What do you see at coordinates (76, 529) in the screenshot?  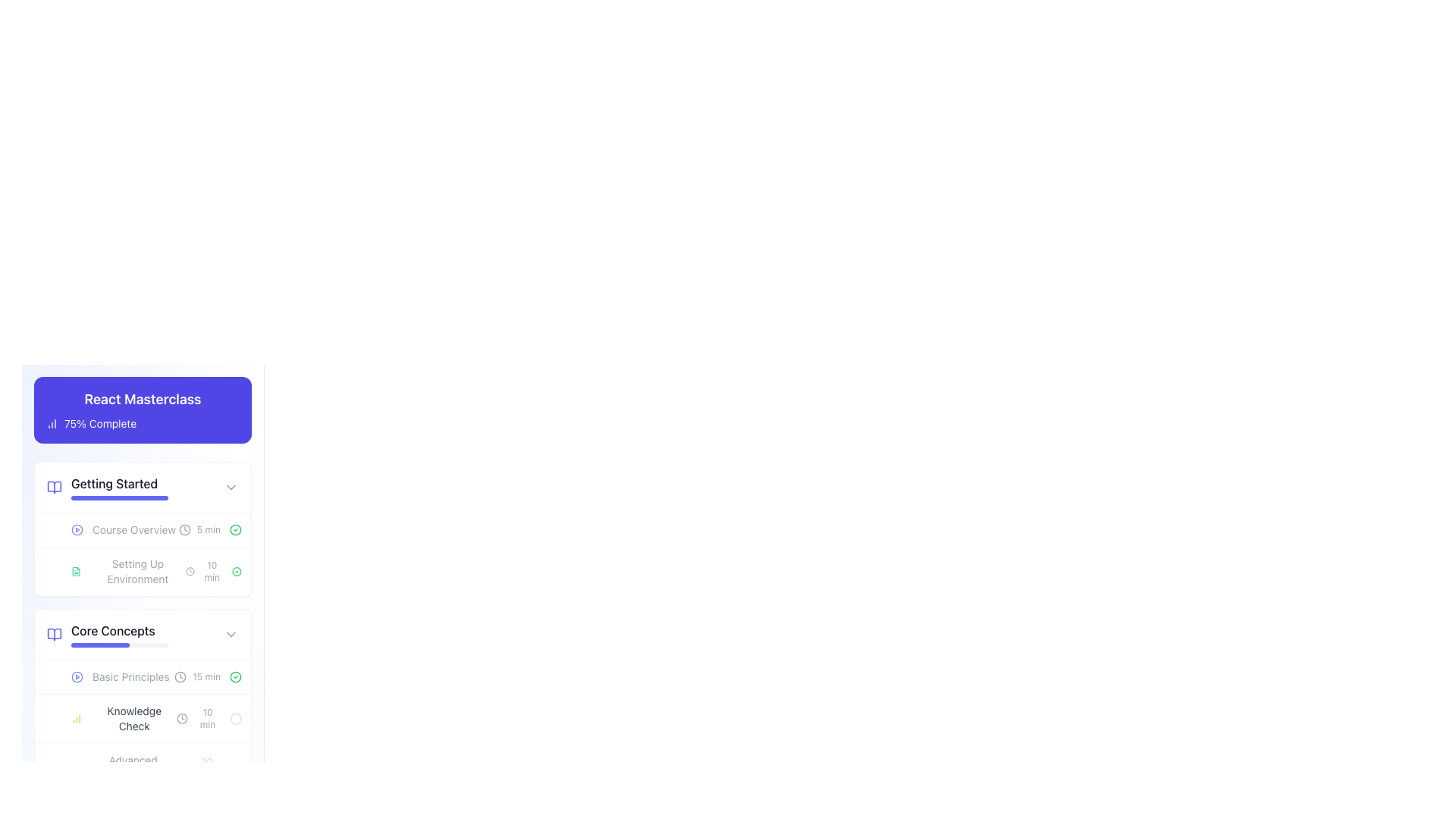 I see `SVG circle element, which is a circular outline located at the center of its bounding box, for developer purposes` at bounding box center [76, 529].